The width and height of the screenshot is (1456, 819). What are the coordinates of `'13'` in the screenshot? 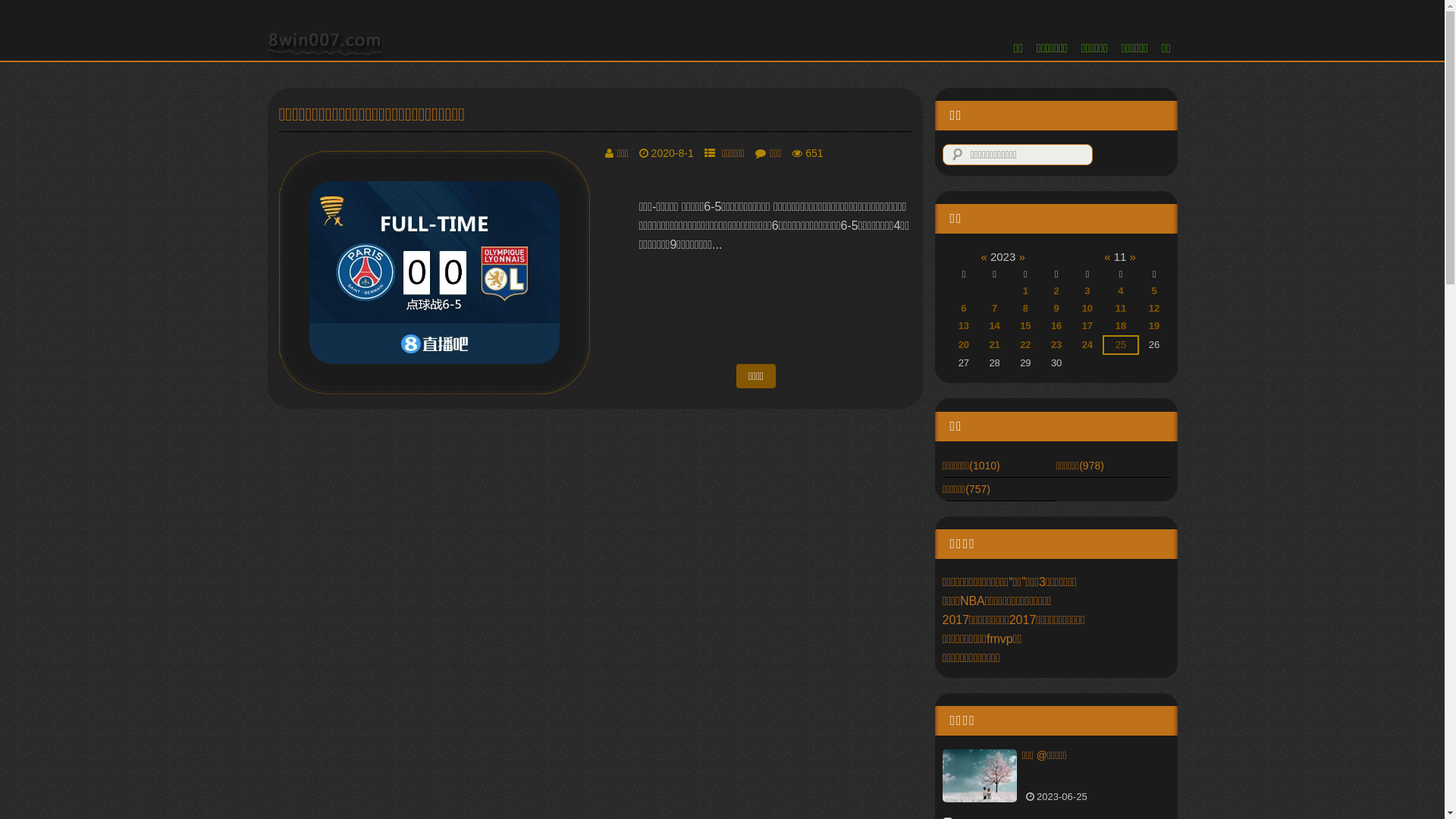 It's located at (957, 325).